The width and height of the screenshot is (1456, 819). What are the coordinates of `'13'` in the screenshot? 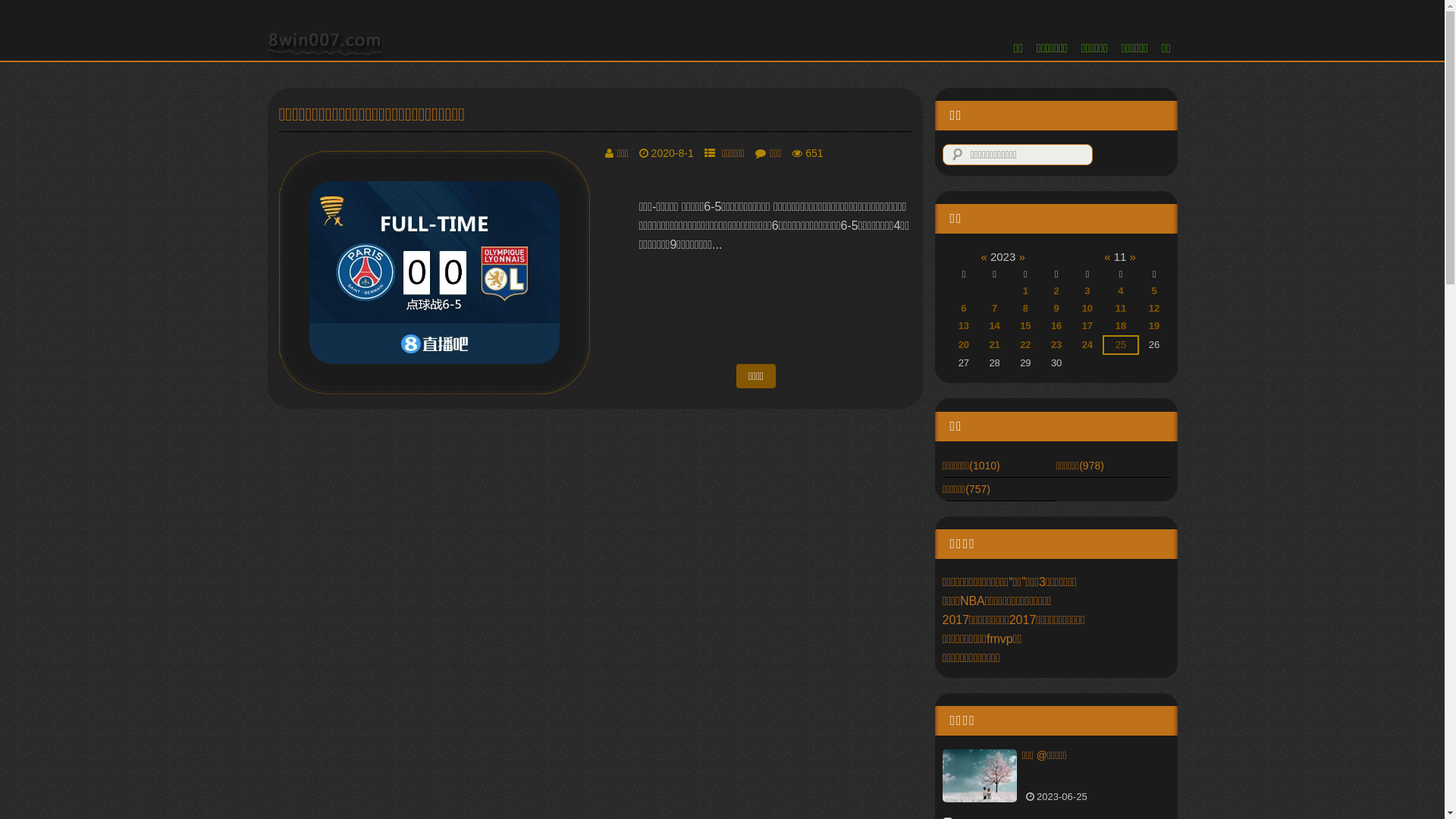 It's located at (957, 325).